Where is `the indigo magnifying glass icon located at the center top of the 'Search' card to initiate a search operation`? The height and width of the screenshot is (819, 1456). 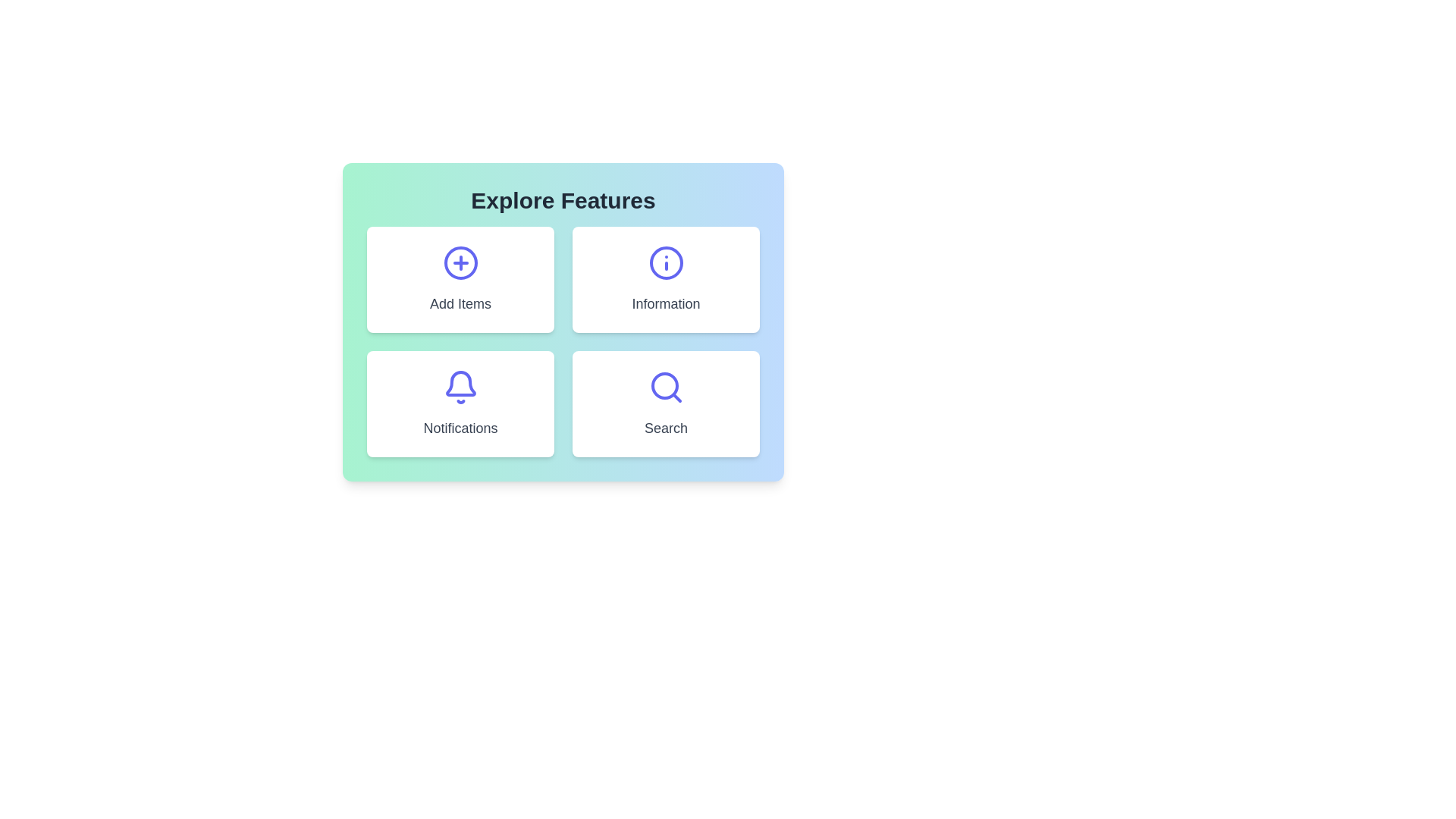
the indigo magnifying glass icon located at the center top of the 'Search' card to initiate a search operation is located at coordinates (666, 386).